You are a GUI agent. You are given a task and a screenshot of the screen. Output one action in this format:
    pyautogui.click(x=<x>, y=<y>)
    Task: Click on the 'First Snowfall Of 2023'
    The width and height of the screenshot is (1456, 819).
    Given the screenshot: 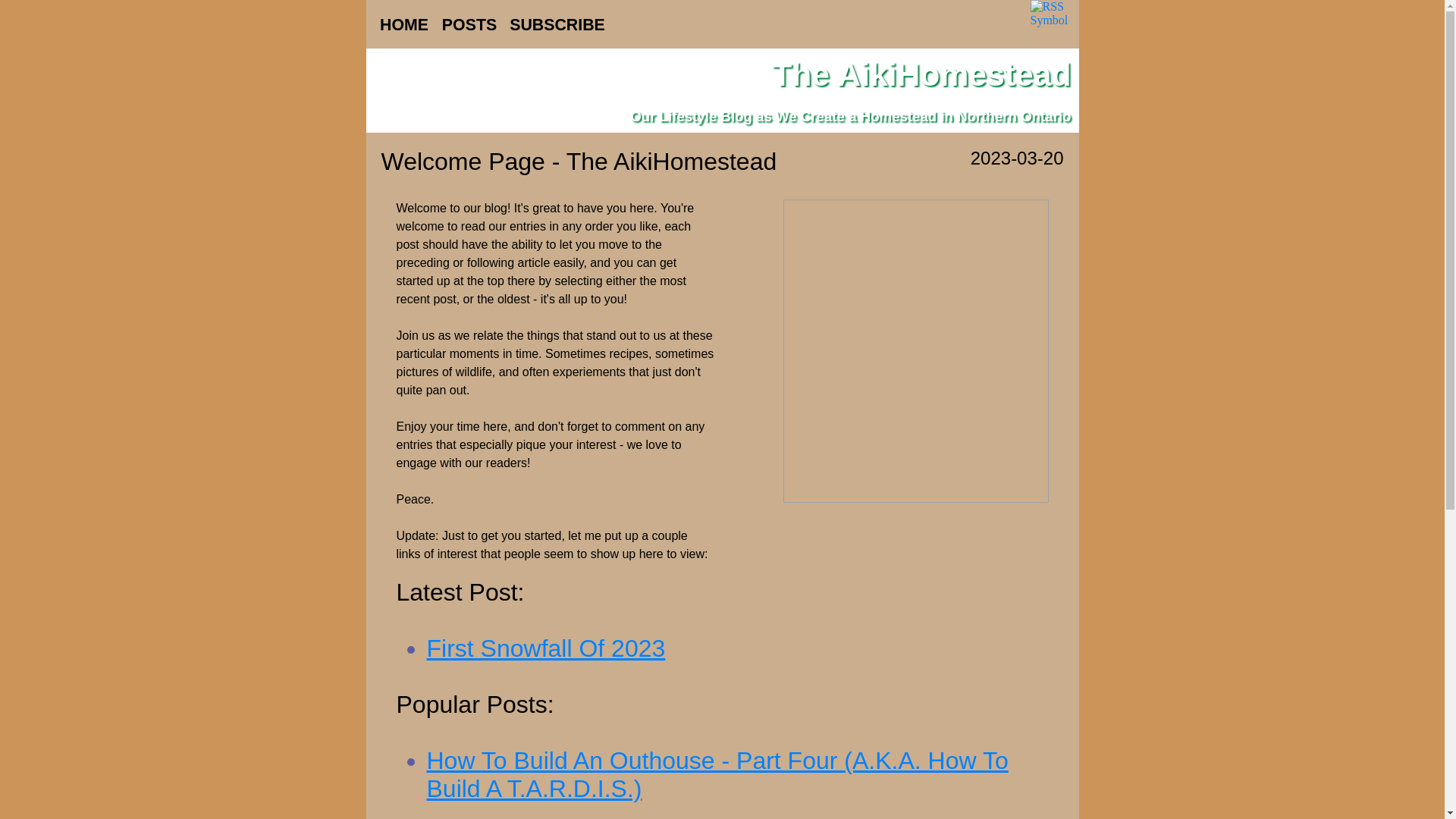 What is the action you would take?
    pyautogui.click(x=545, y=648)
    